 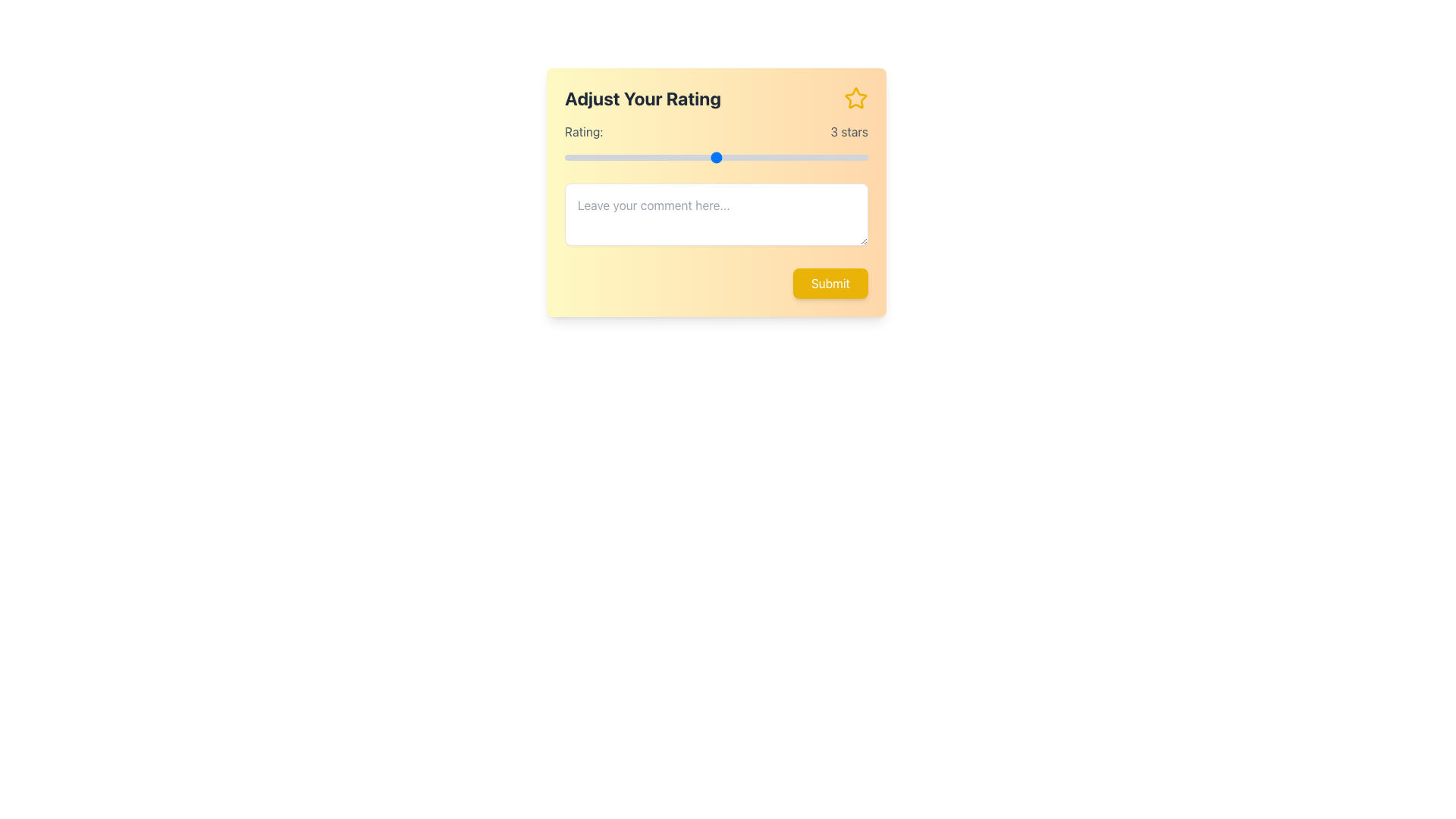 What do you see at coordinates (643, 99) in the screenshot?
I see `the non-interactive Text Label that denotes the purpose of the rating feature, located to the left of the star icon` at bounding box center [643, 99].